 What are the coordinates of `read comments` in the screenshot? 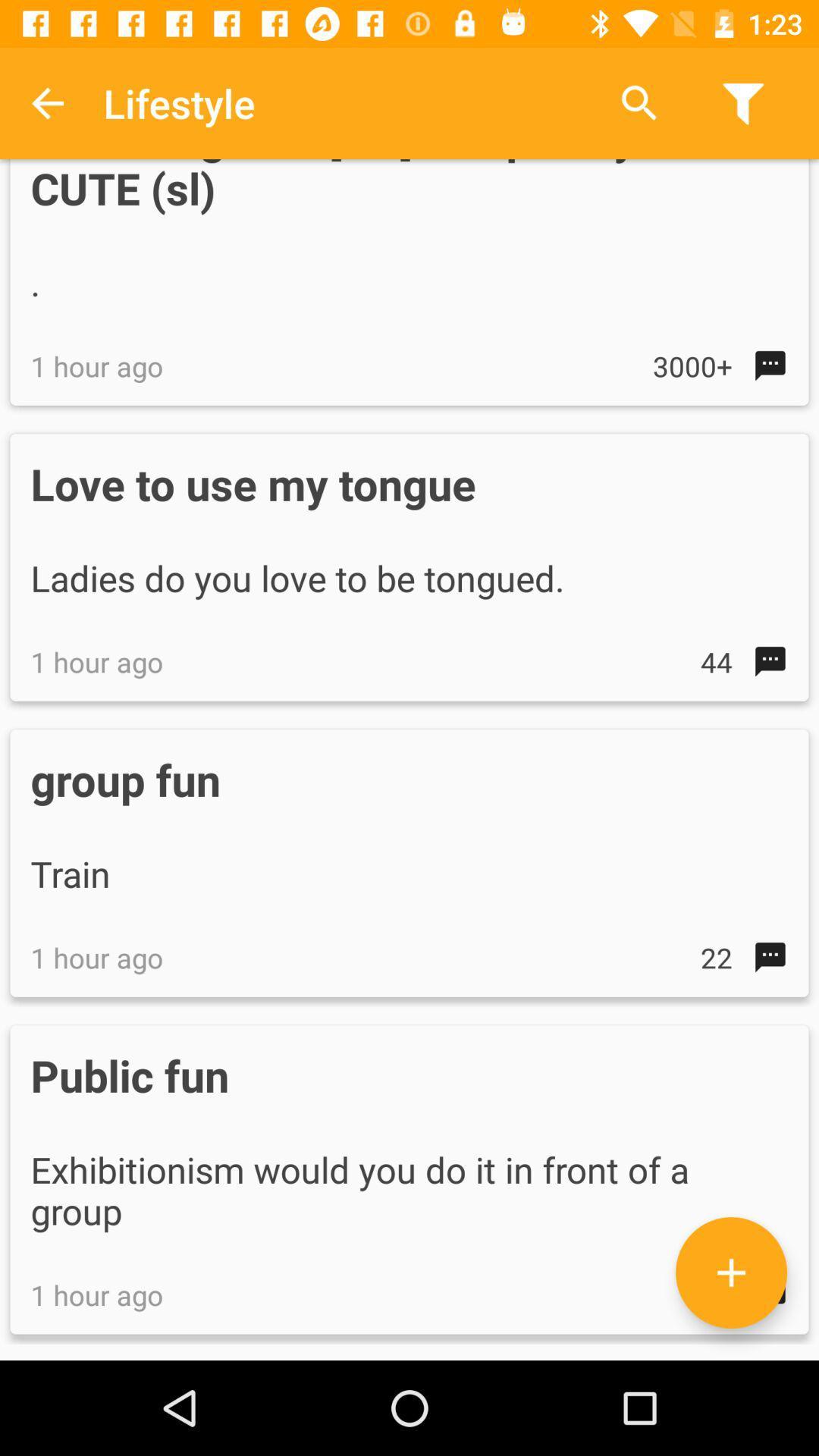 It's located at (730, 1272).